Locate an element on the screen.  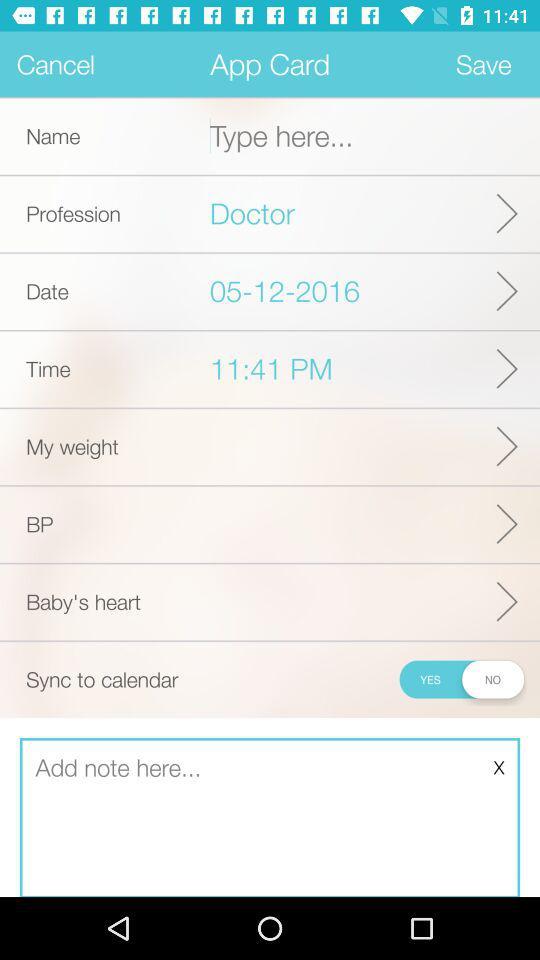
the caret right arrow which is to the right side of bp option is located at coordinates (507, 522).